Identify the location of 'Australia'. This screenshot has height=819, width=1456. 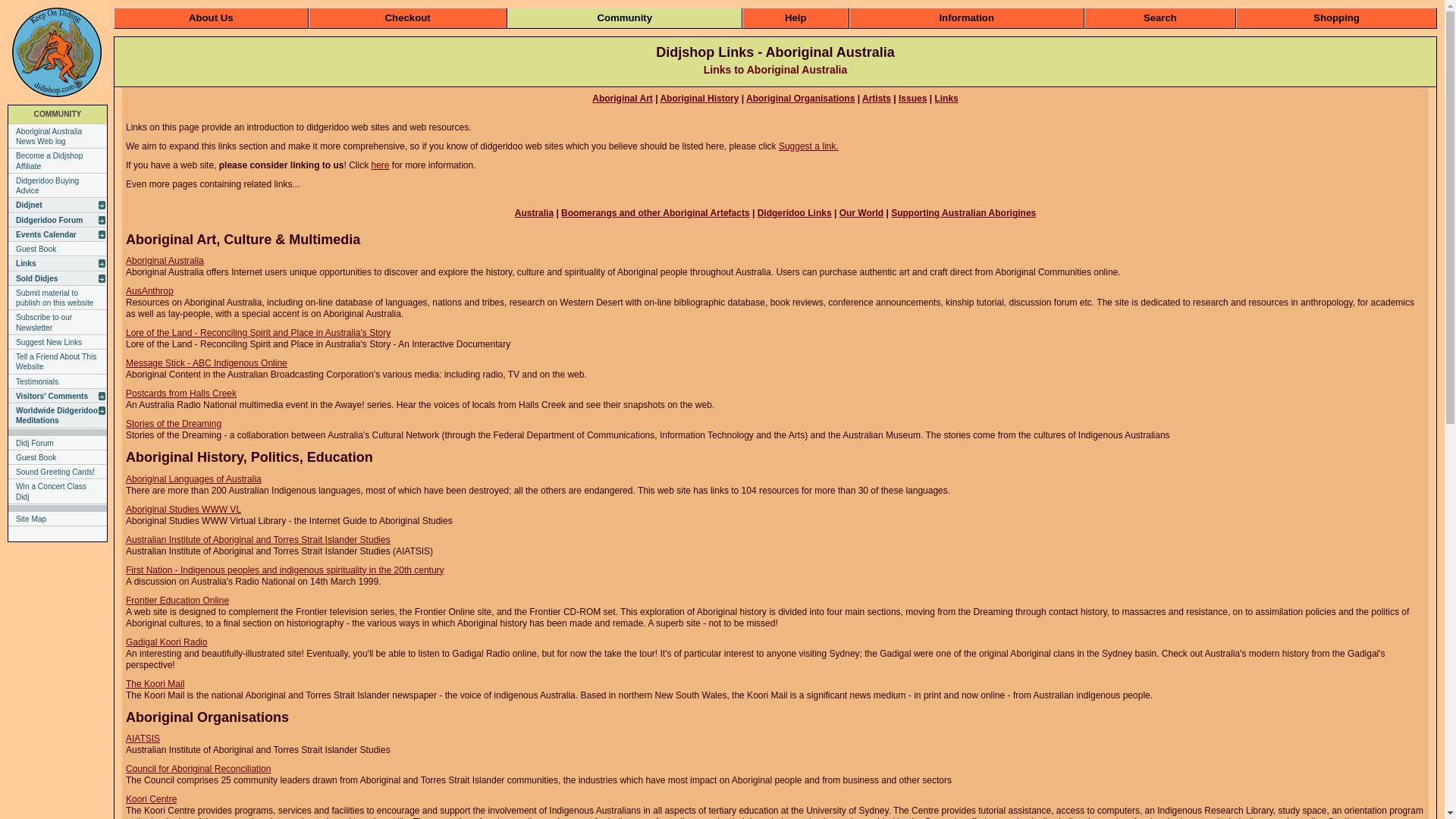
(534, 213).